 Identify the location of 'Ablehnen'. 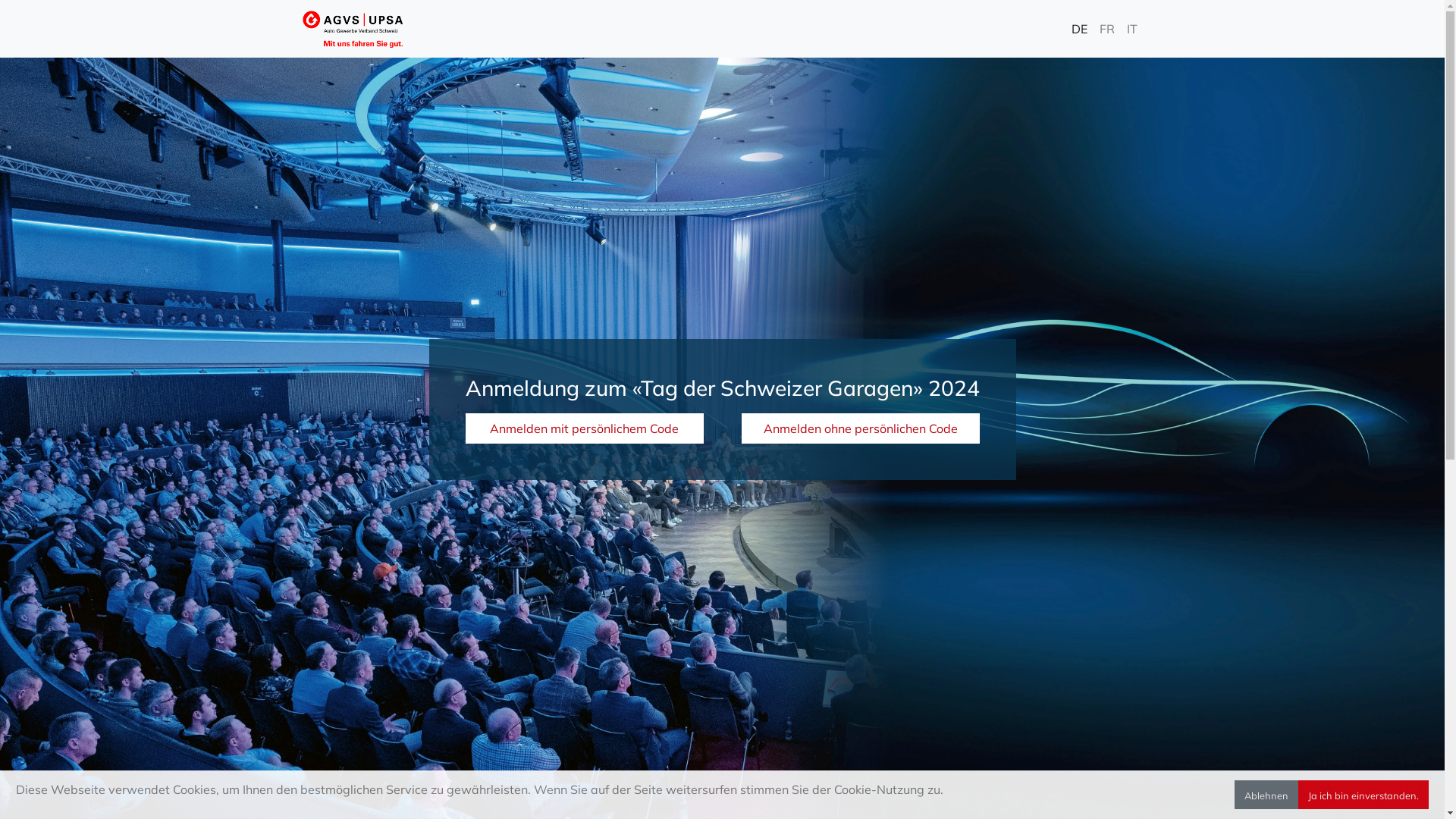
(1266, 794).